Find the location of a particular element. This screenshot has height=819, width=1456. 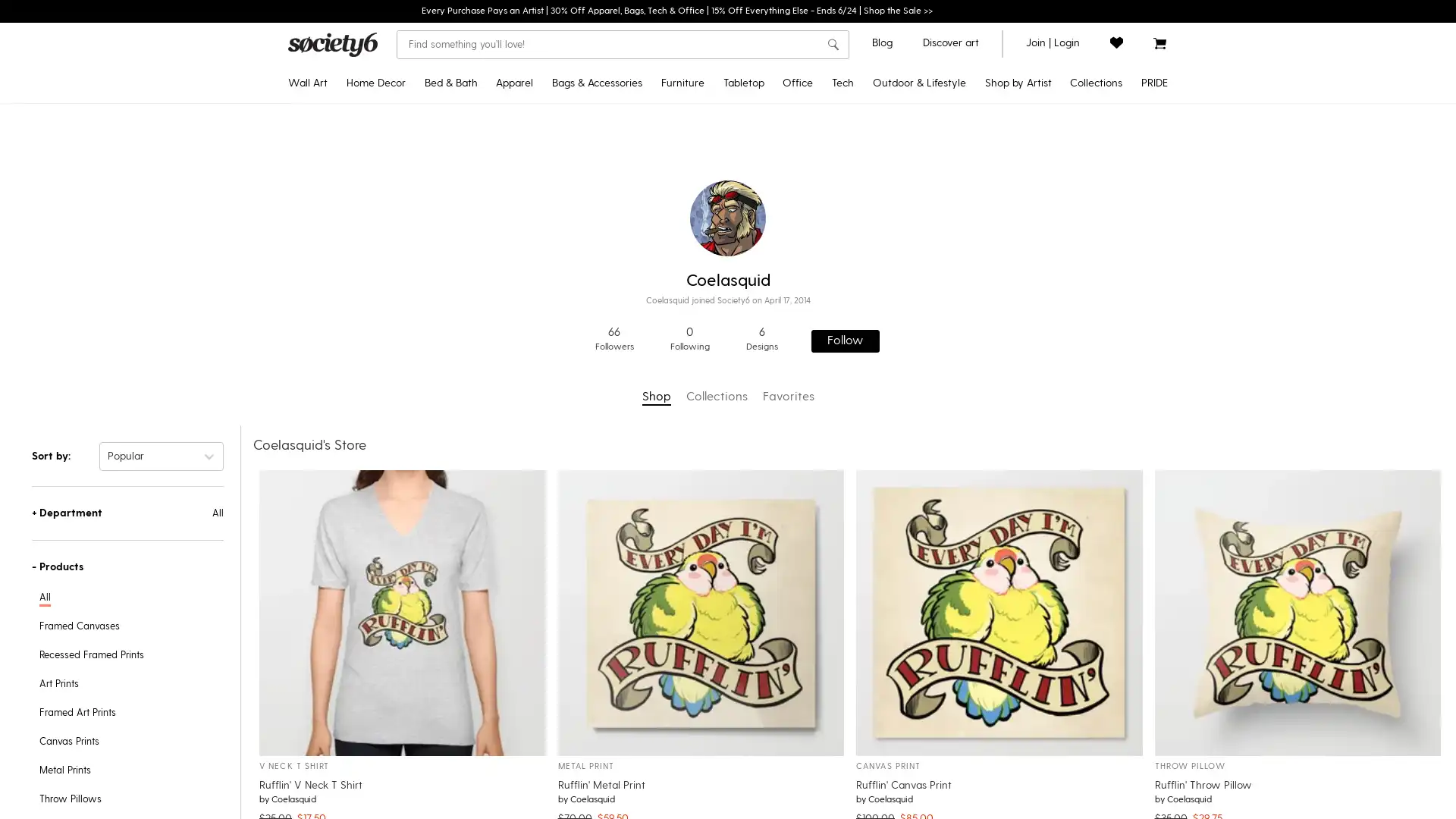

Coffee Tables is located at coordinates (708, 243).